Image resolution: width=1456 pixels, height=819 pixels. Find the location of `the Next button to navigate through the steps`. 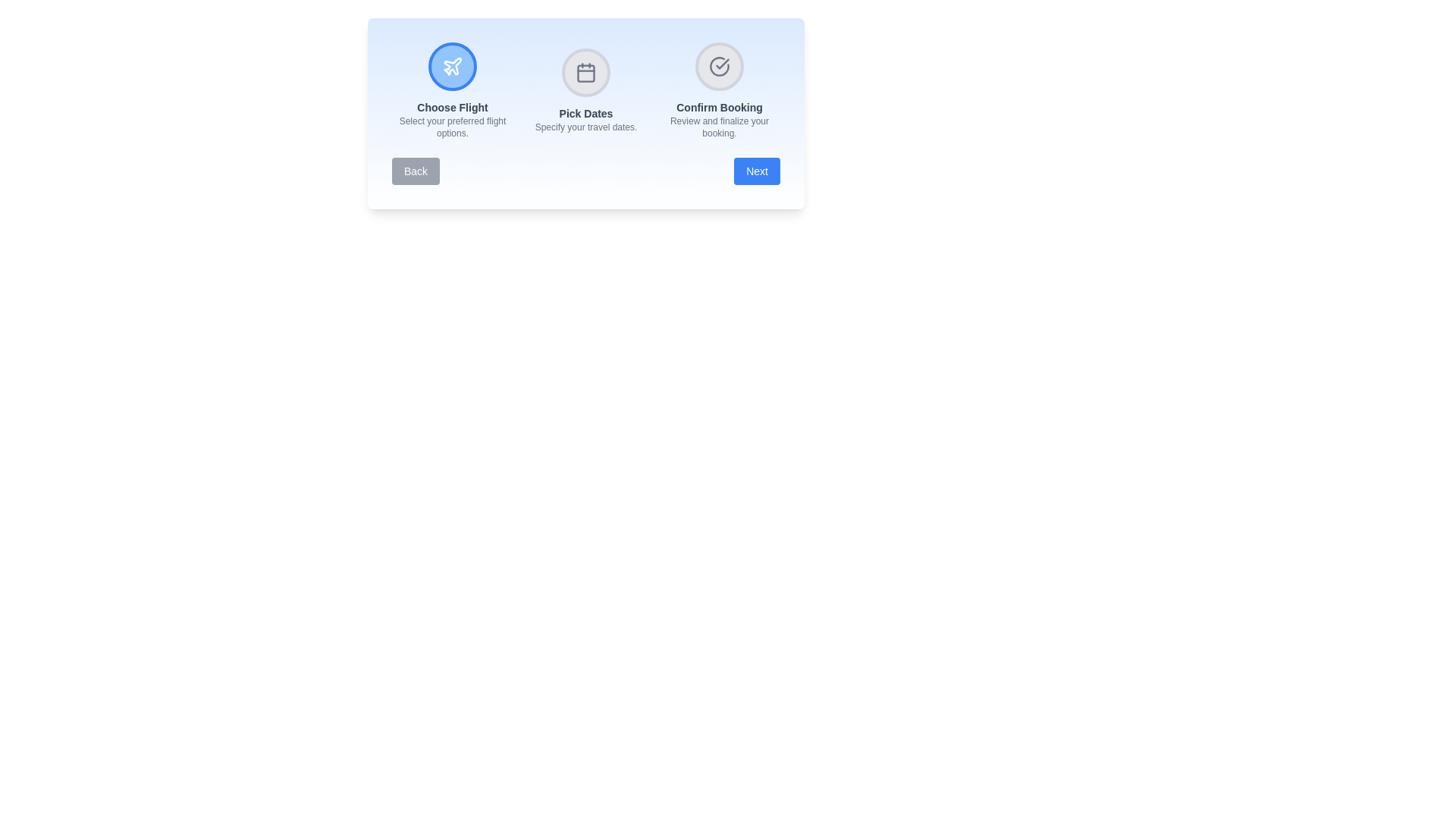

the Next button to navigate through the steps is located at coordinates (757, 171).